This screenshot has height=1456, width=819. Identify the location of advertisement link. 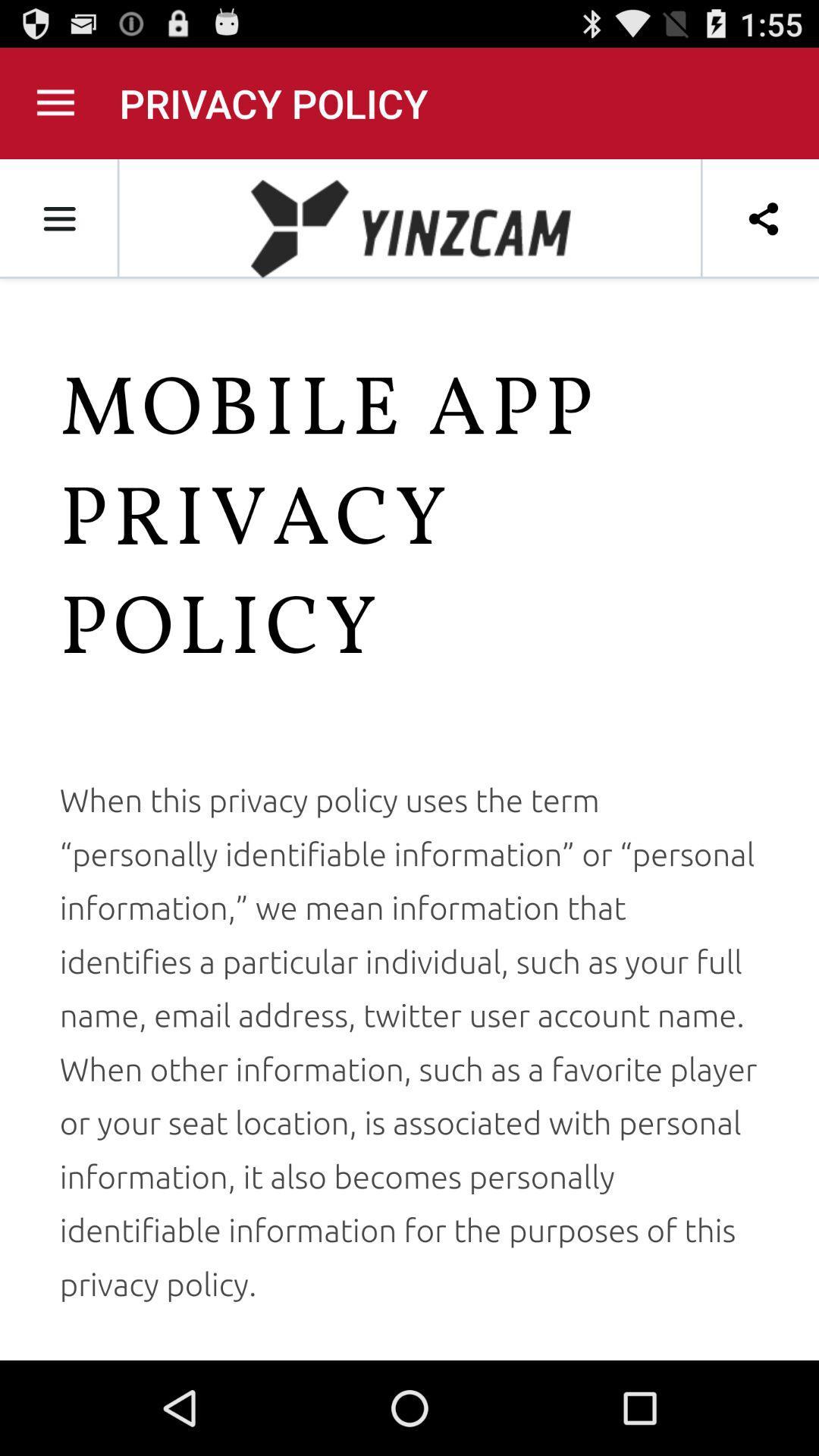
(409, 760).